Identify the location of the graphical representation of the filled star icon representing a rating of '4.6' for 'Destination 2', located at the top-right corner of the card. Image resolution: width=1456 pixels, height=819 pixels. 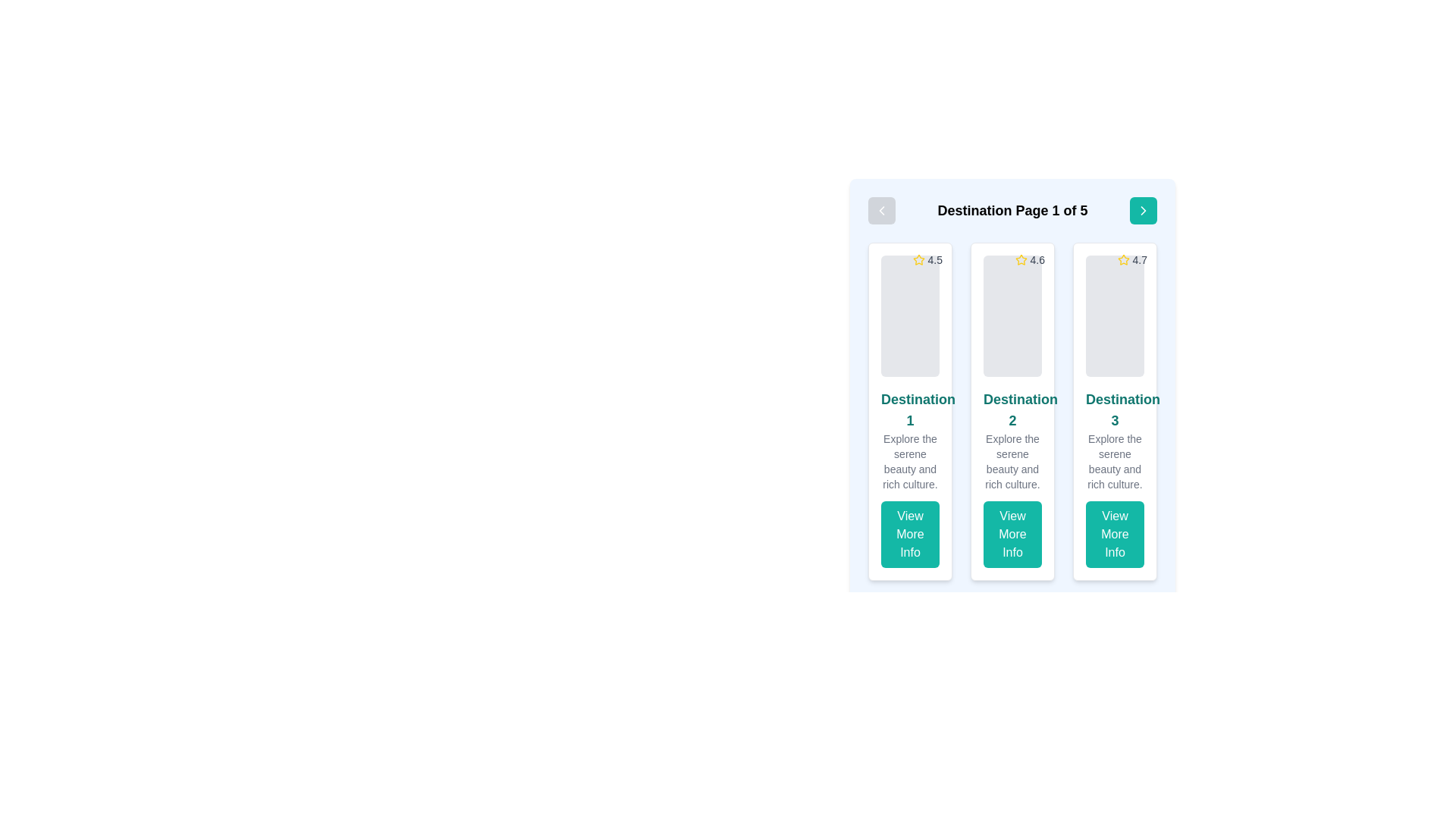
(1021, 259).